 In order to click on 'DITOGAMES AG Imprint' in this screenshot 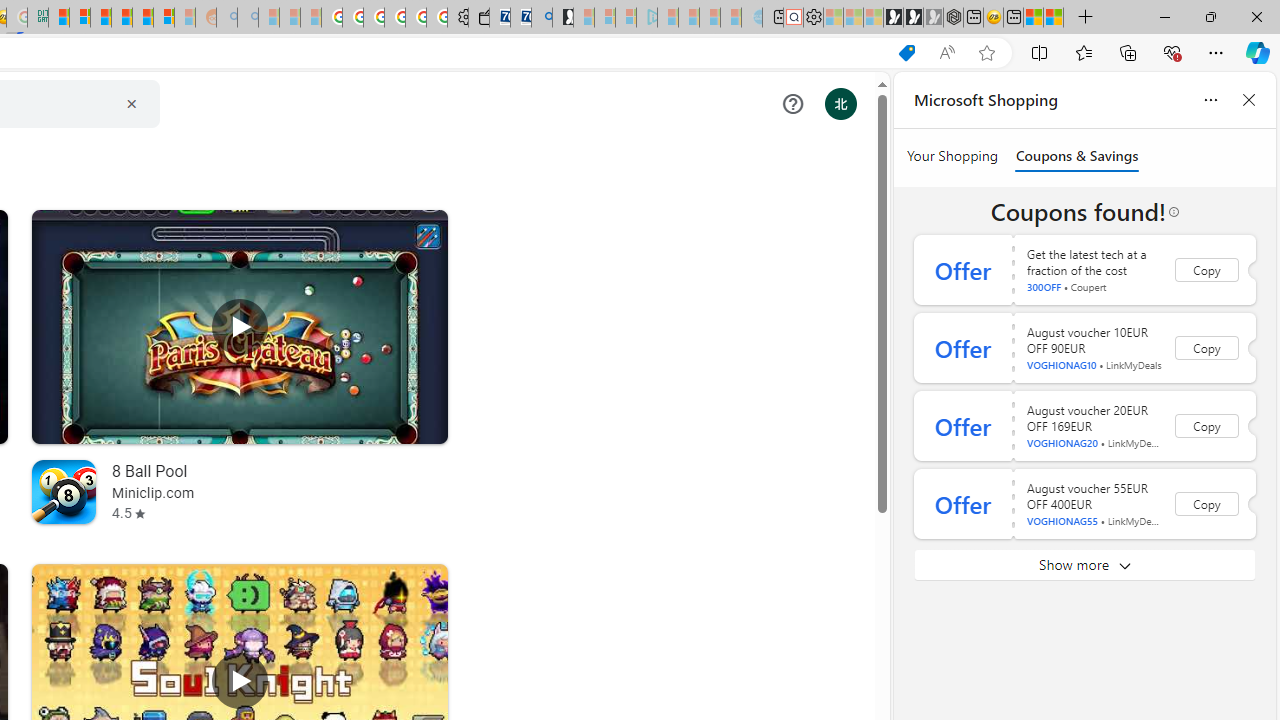, I will do `click(38, 17)`.